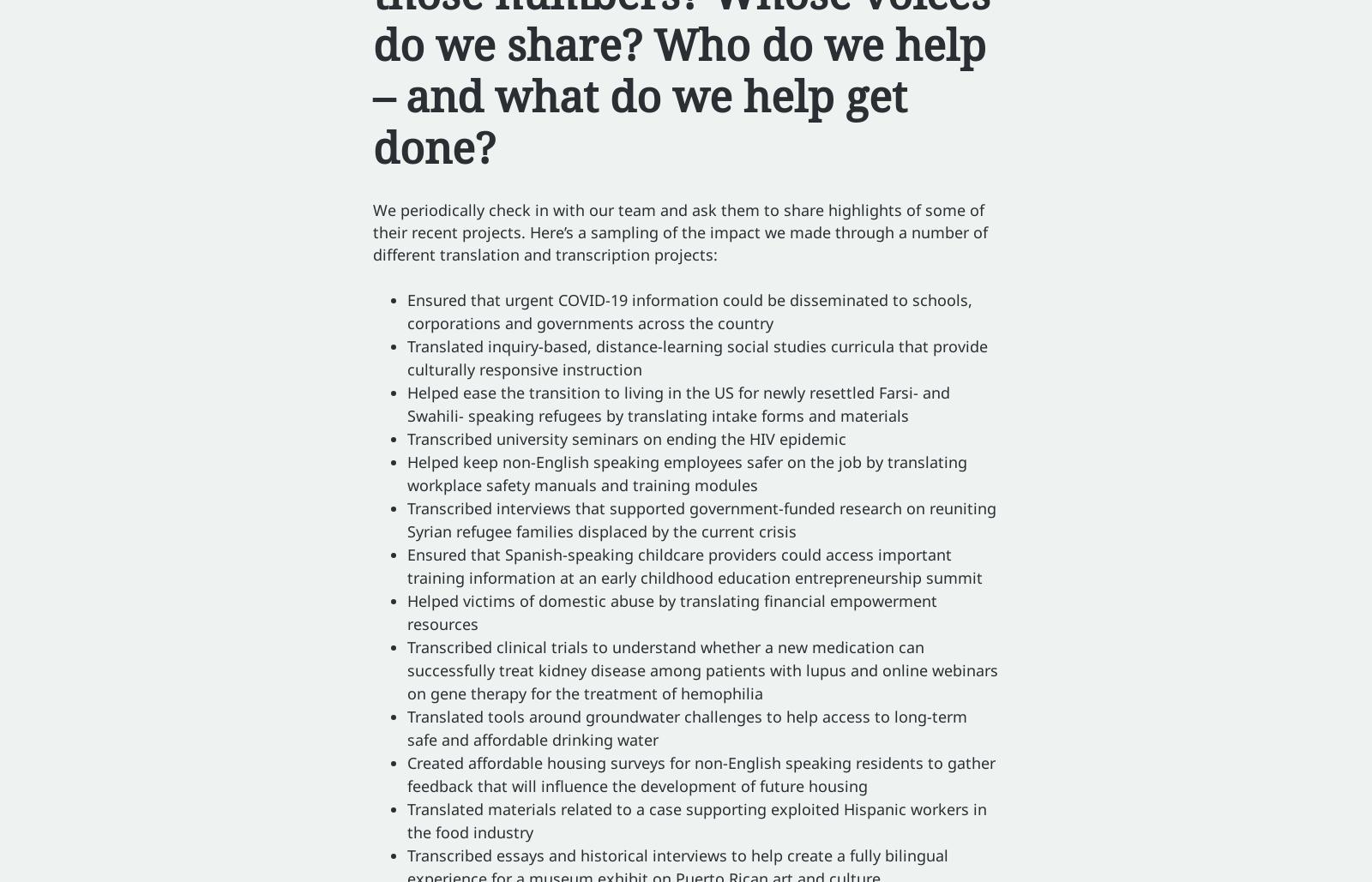 This screenshot has height=882, width=1372. Describe the element at coordinates (672, 611) in the screenshot. I see `'Helped victims of domestic abuse by translating financial empowerment resources'` at that location.